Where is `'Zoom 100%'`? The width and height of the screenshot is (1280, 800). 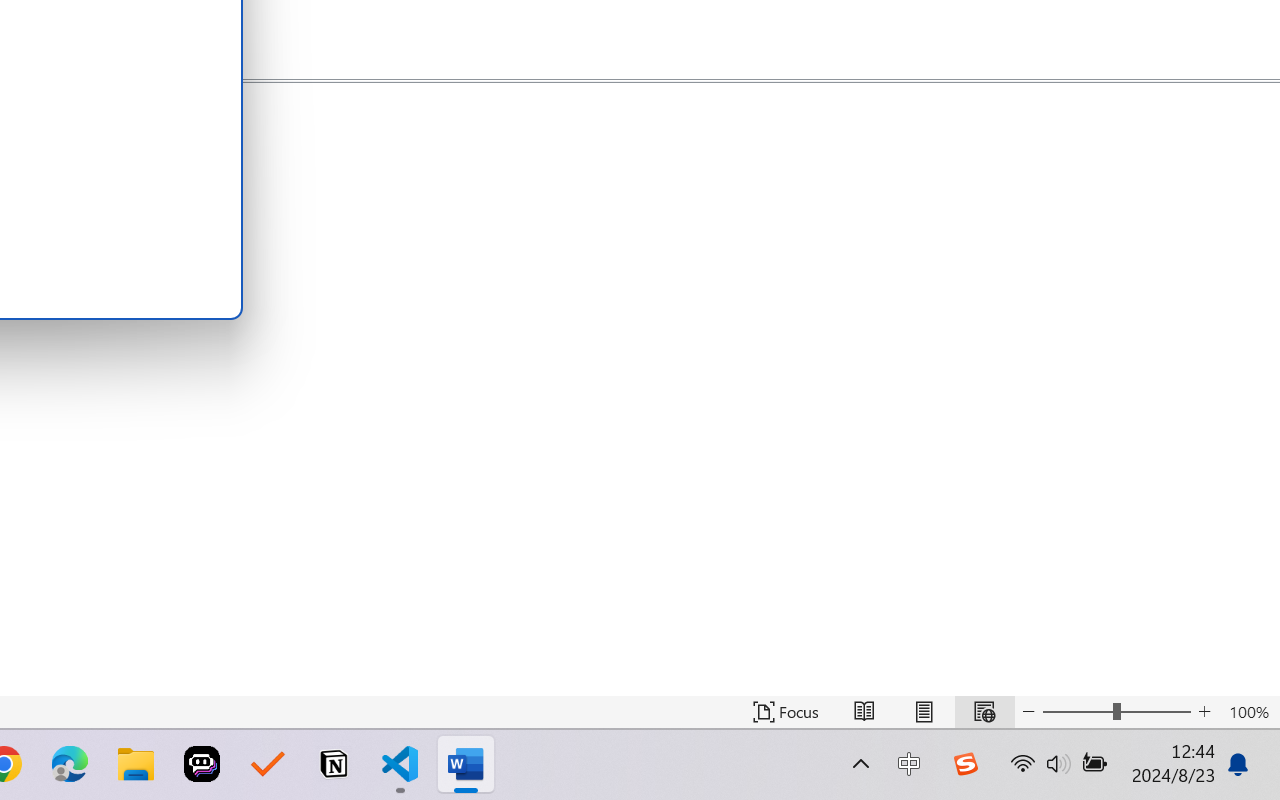
'Zoom 100%' is located at coordinates (1248, 711).